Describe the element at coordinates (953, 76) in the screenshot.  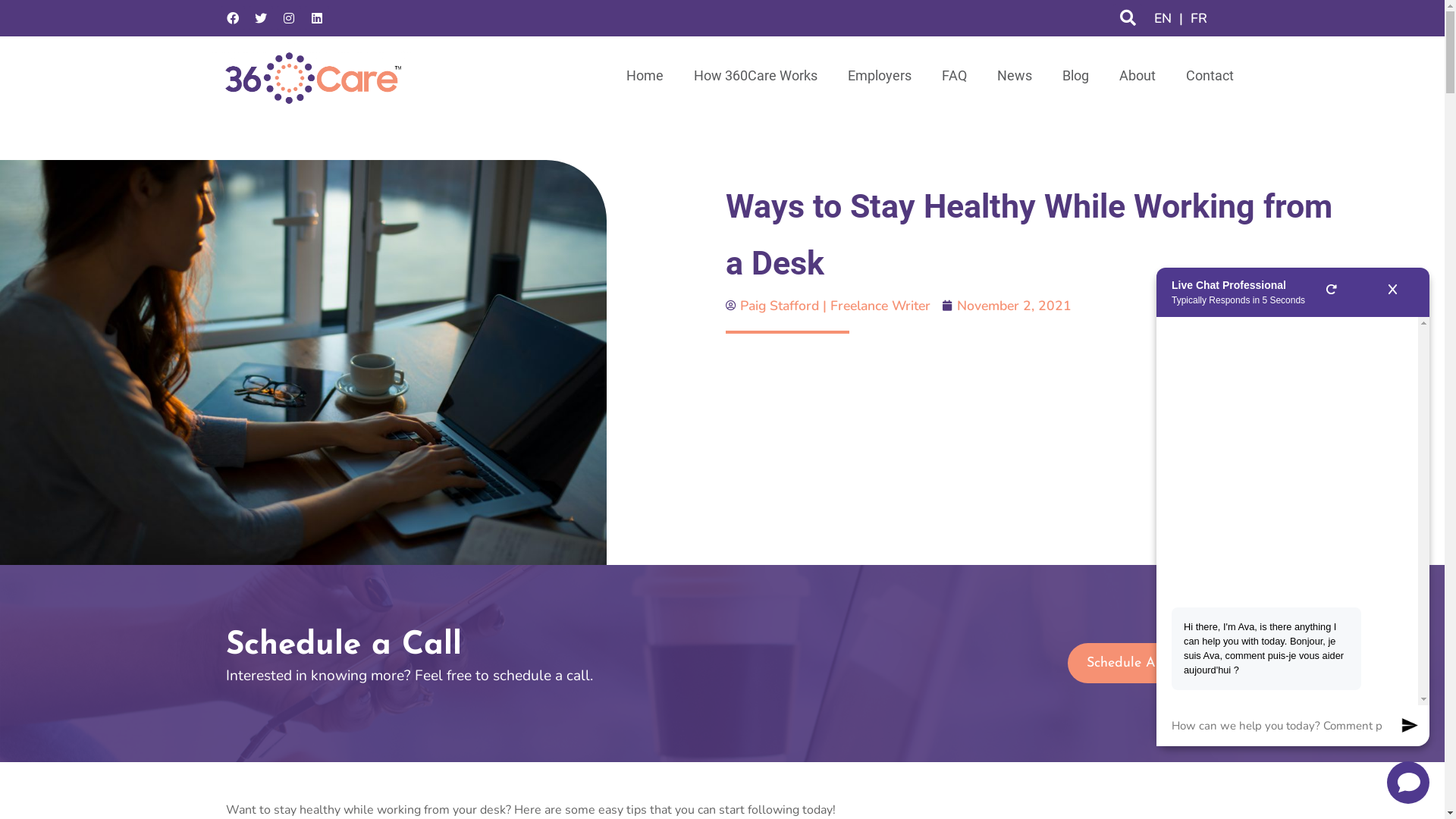
I see `'FAQ'` at that location.